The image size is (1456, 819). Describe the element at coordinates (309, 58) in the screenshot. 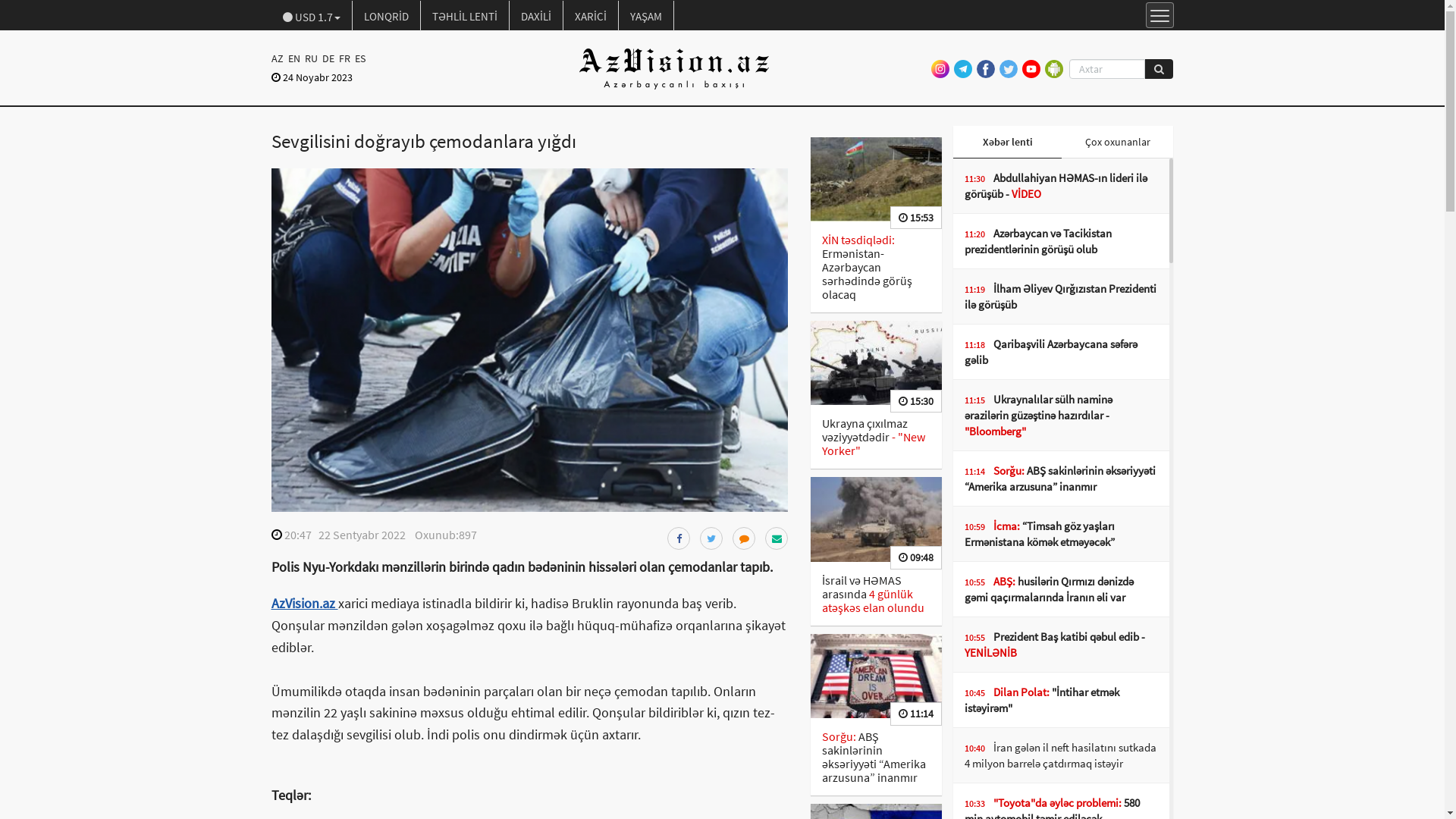

I see `'RU'` at that location.